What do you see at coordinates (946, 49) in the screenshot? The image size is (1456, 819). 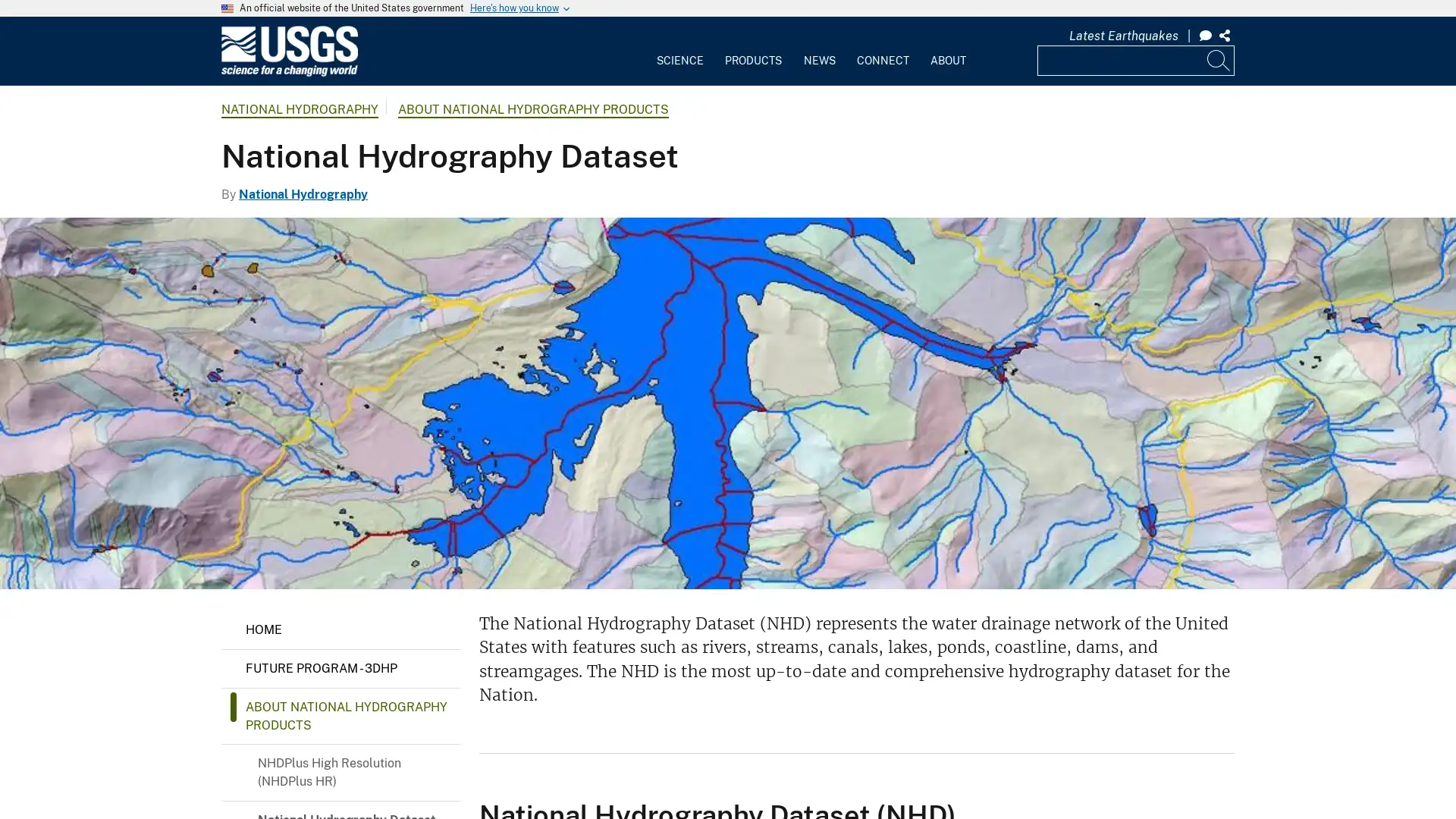 I see `ABOUT` at bounding box center [946, 49].